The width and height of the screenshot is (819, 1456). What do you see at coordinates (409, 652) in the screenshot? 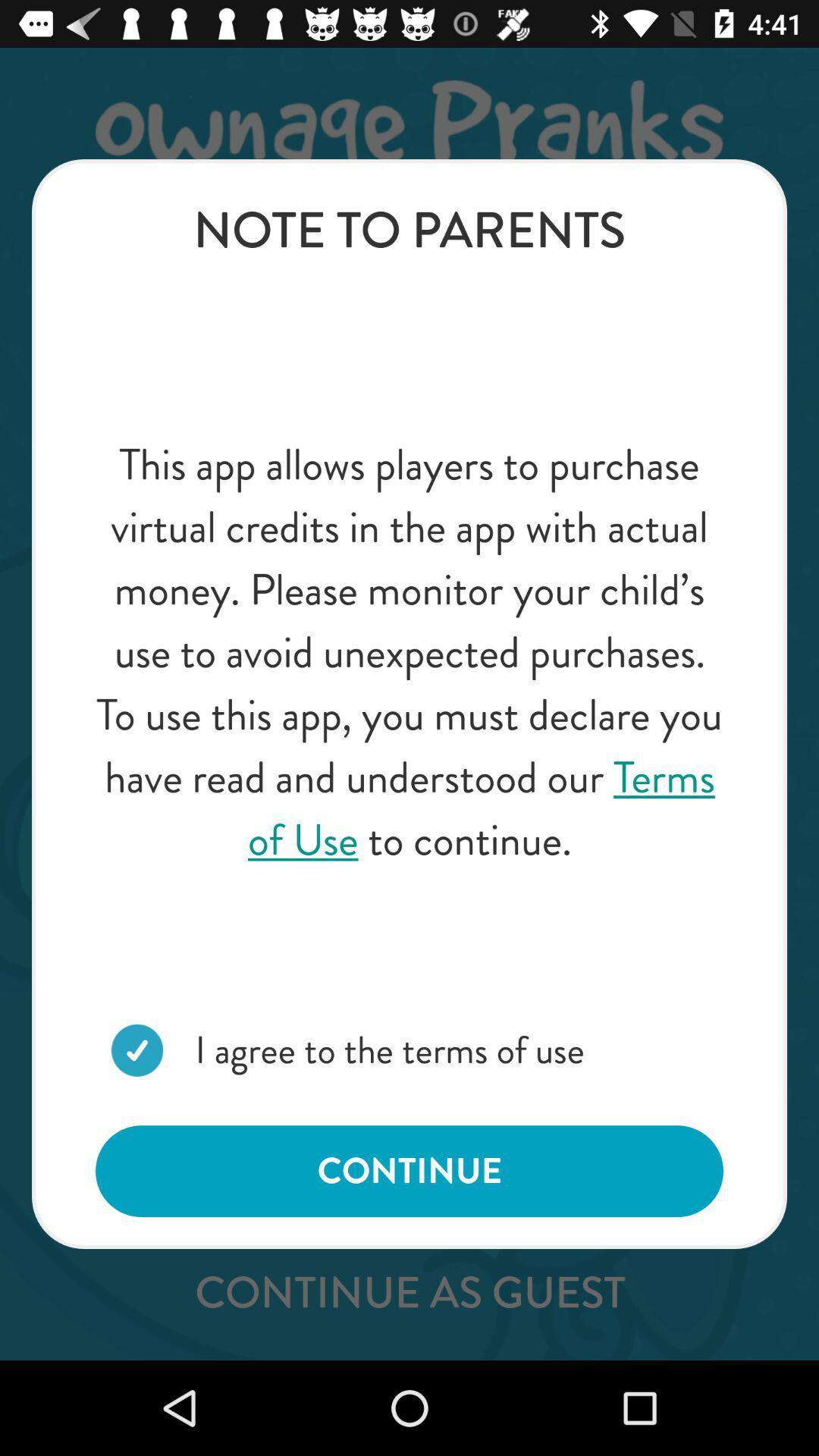
I see `the item at the center` at bounding box center [409, 652].